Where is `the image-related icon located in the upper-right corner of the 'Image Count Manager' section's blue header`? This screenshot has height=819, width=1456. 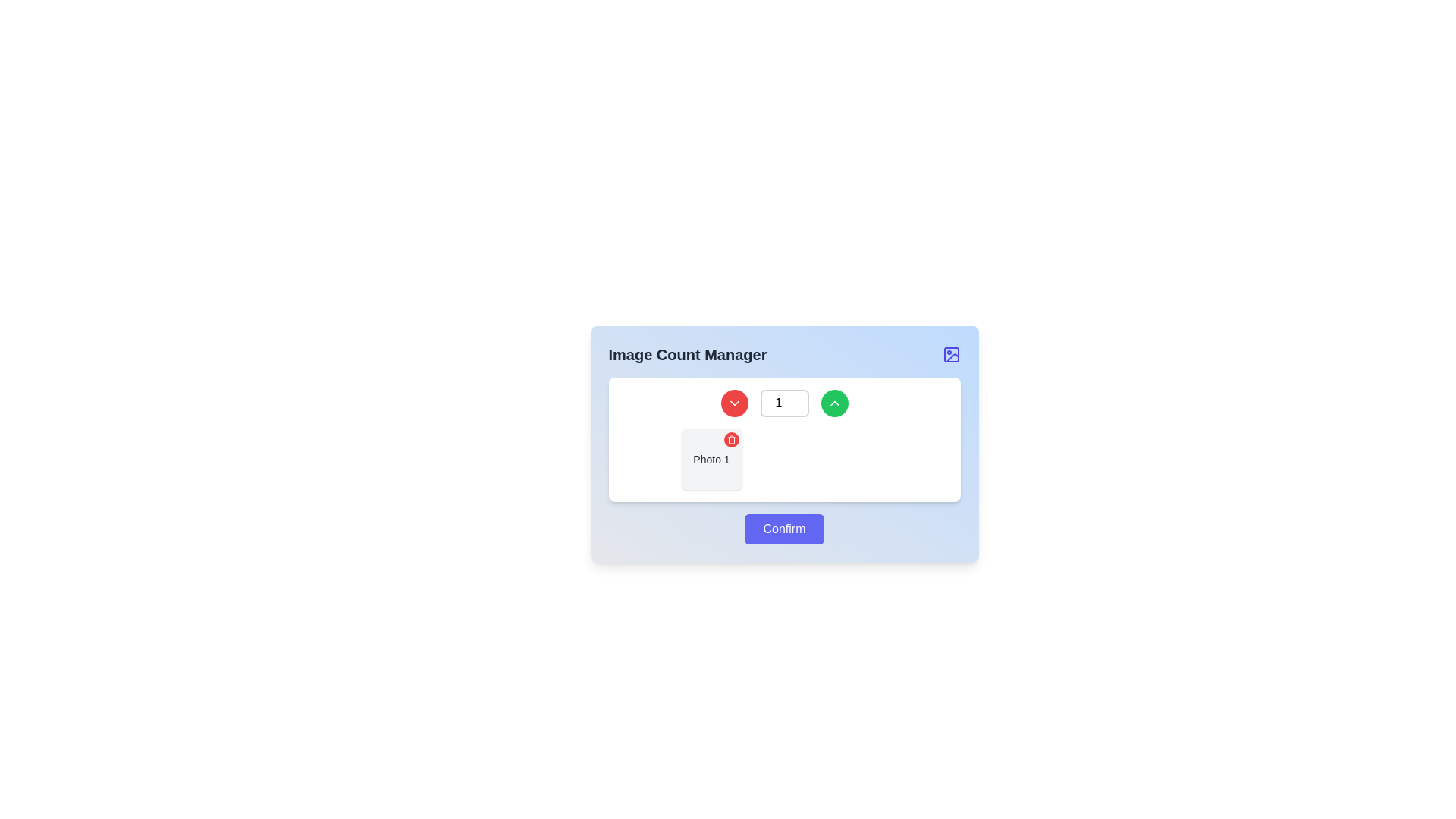 the image-related icon located in the upper-right corner of the 'Image Count Manager' section's blue header is located at coordinates (950, 354).